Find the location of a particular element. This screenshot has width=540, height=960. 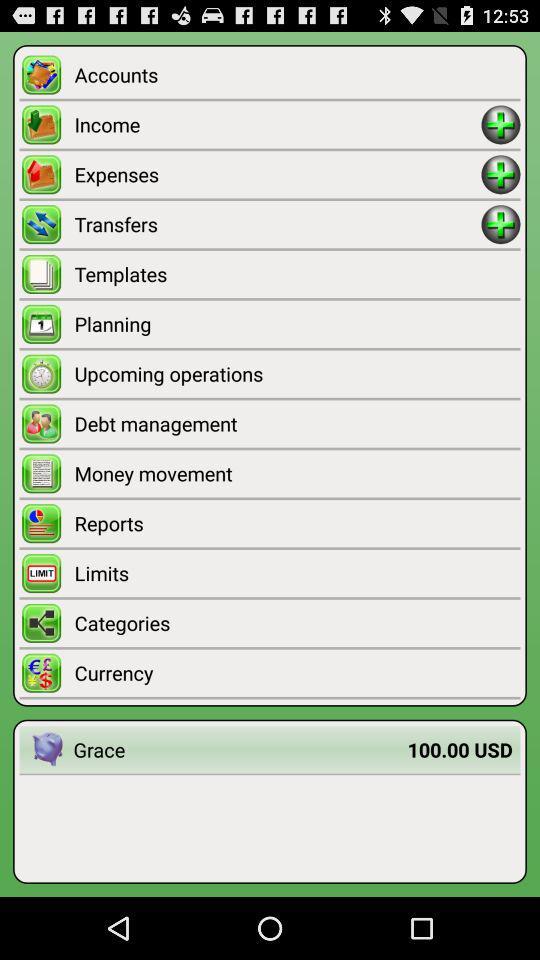

transfer is located at coordinates (500, 224).